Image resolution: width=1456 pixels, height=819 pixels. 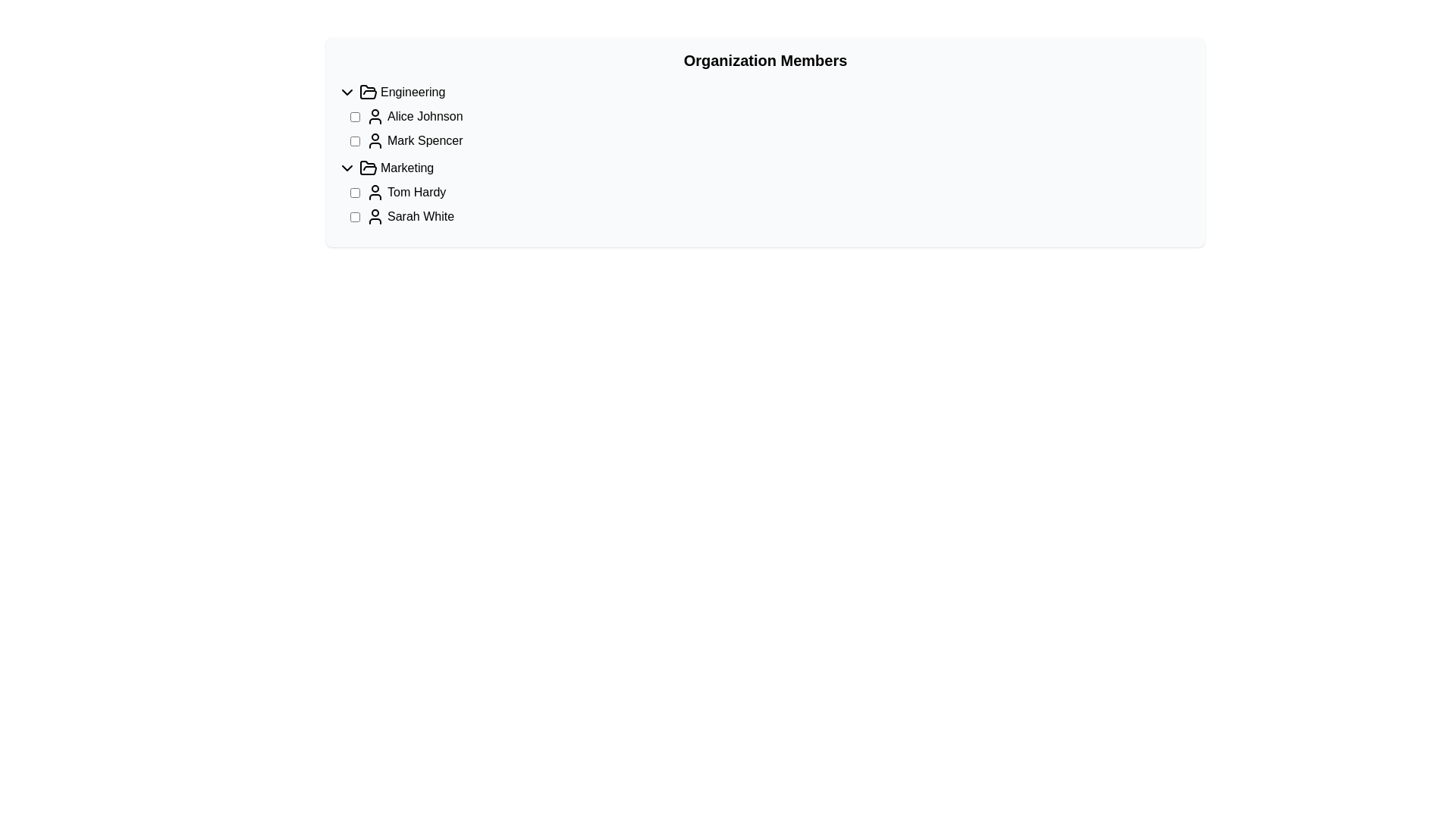 What do you see at coordinates (421, 216) in the screenshot?
I see `the text label that denotes a member of the 'Marketing' group, specifically the second user entry under the 'Marketing' category, for accessibility purposes` at bounding box center [421, 216].